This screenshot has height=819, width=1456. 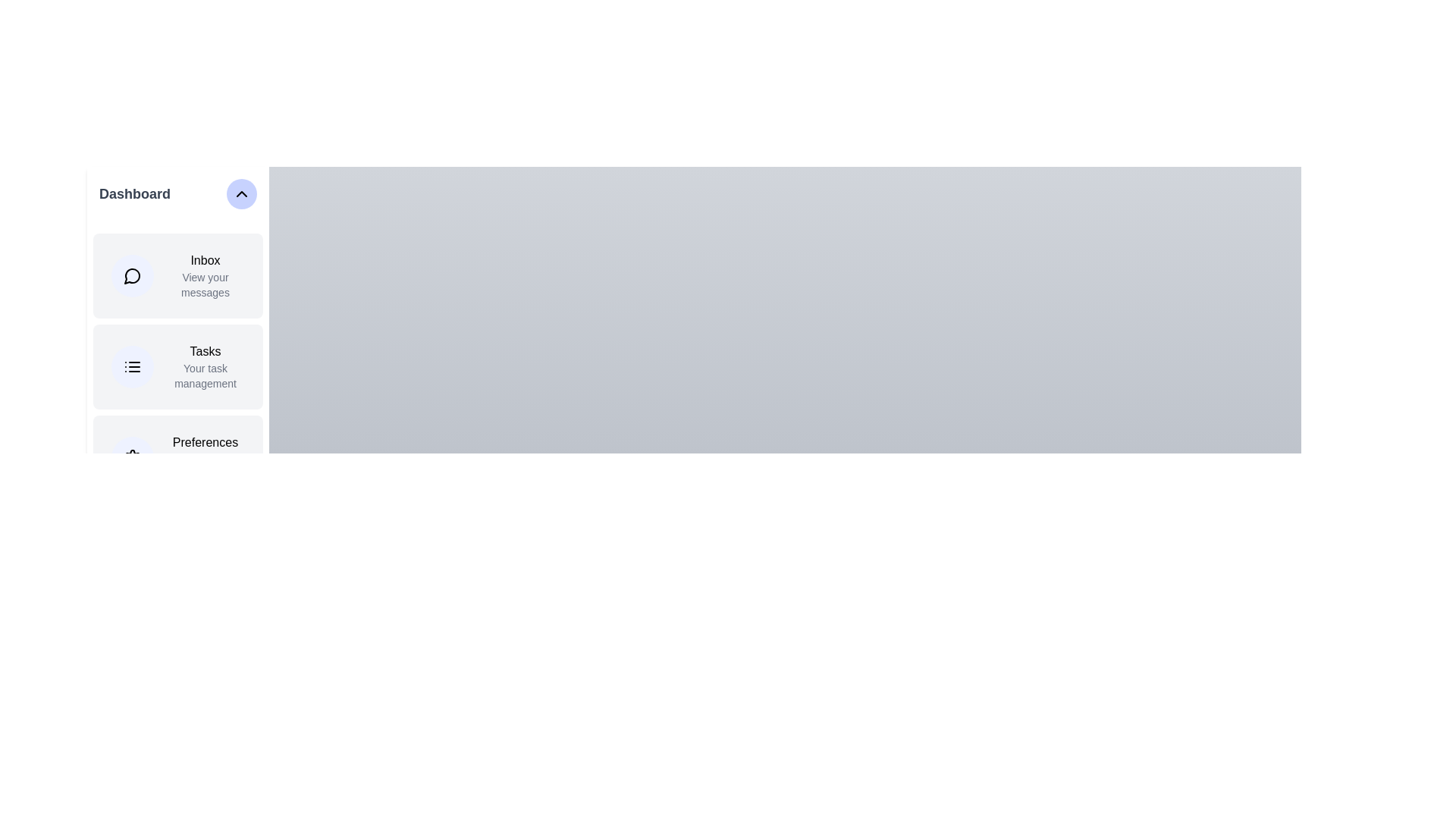 What do you see at coordinates (178, 275) in the screenshot?
I see `the menu item Inbox` at bounding box center [178, 275].